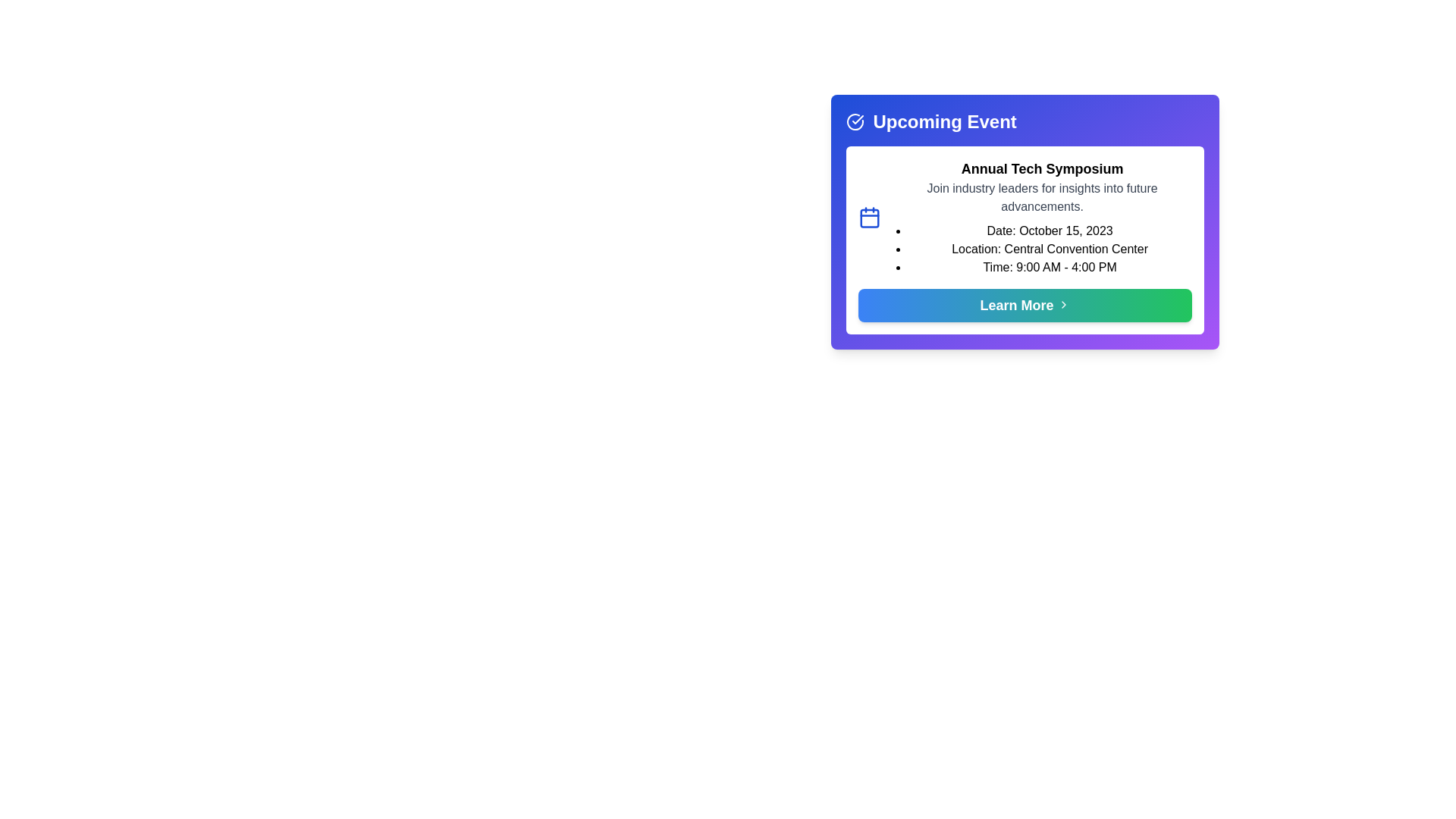  What do you see at coordinates (869, 217) in the screenshot?
I see `the calendar icon to interact with it` at bounding box center [869, 217].